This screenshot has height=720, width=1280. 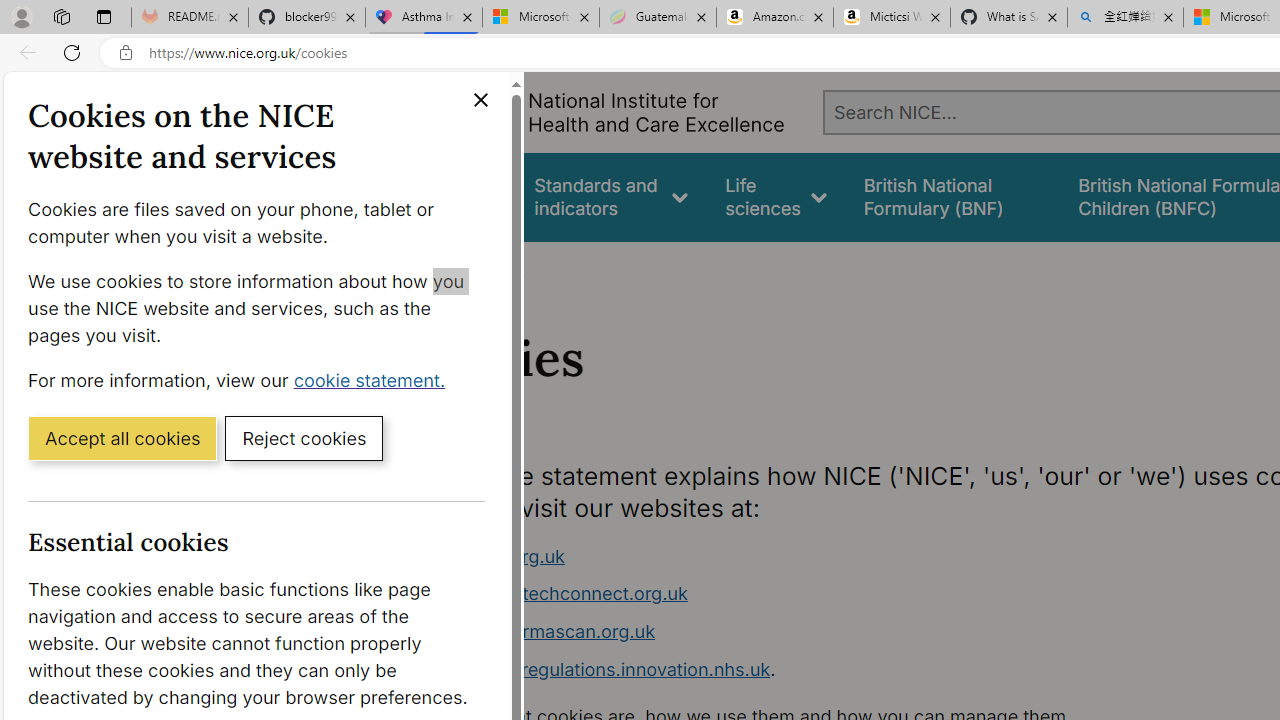 What do you see at coordinates (457, 197) in the screenshot?
I see `'Guidance'` at bounding box center [457, 197].